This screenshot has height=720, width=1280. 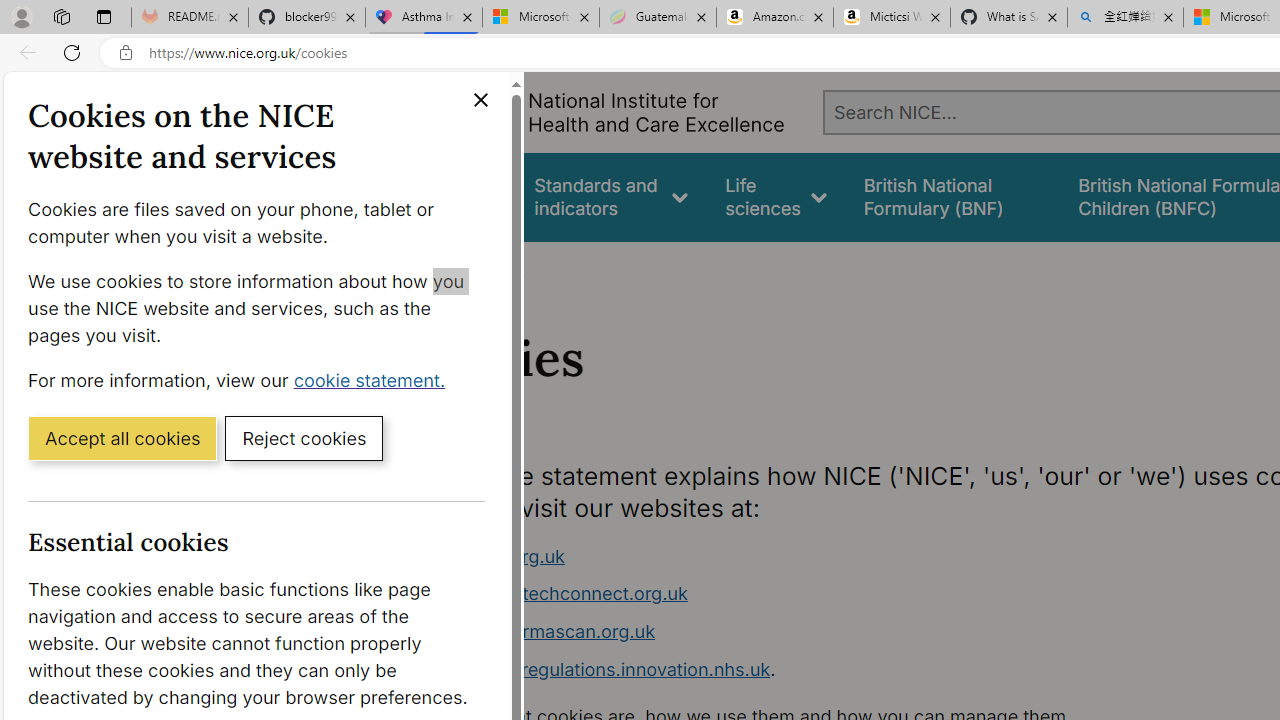 What do you see at coordinates (457, 197) in the screenshot?
I see `'Guidance'` at bounding box center [457, 197].